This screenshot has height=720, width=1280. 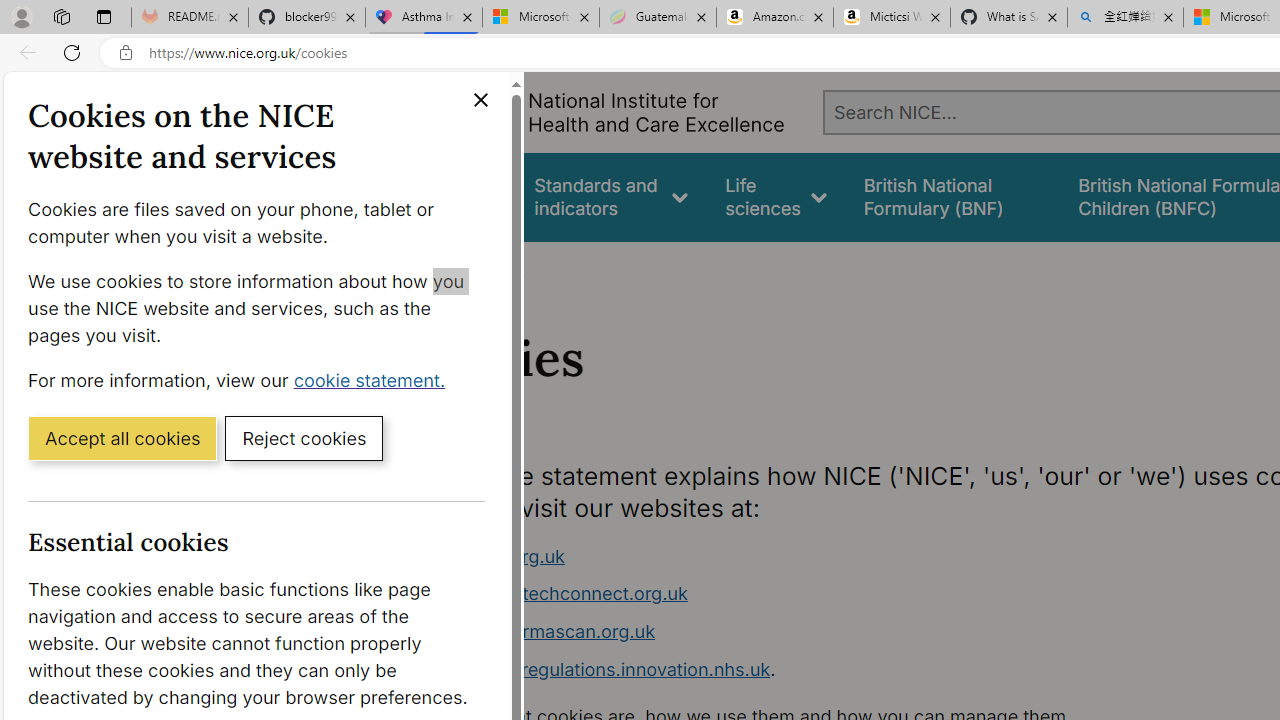 What do you see at coordinates (457, 197) in the screenshot?
I see `'Guidance'` at bounding box center [457, 197].